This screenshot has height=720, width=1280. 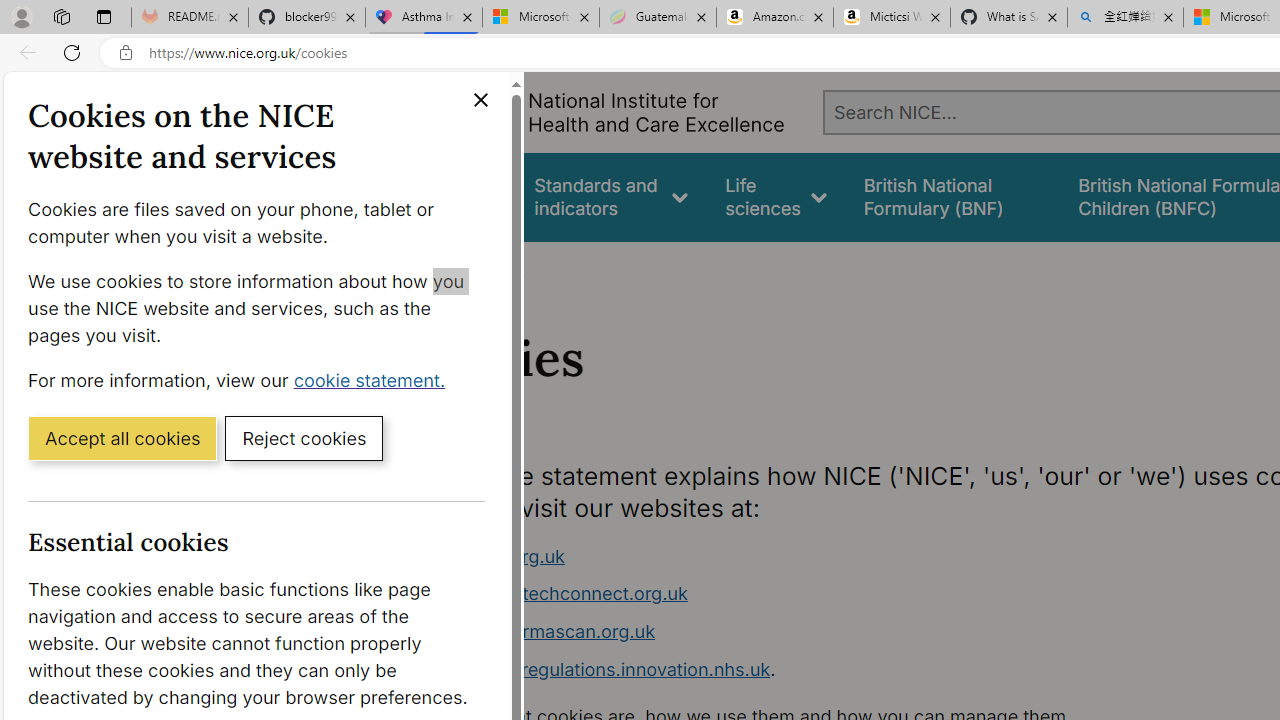 What do you see at coordinates (457, 197) in the screenshot?
I see `'Guidance'` at bounding box center [457, 197].